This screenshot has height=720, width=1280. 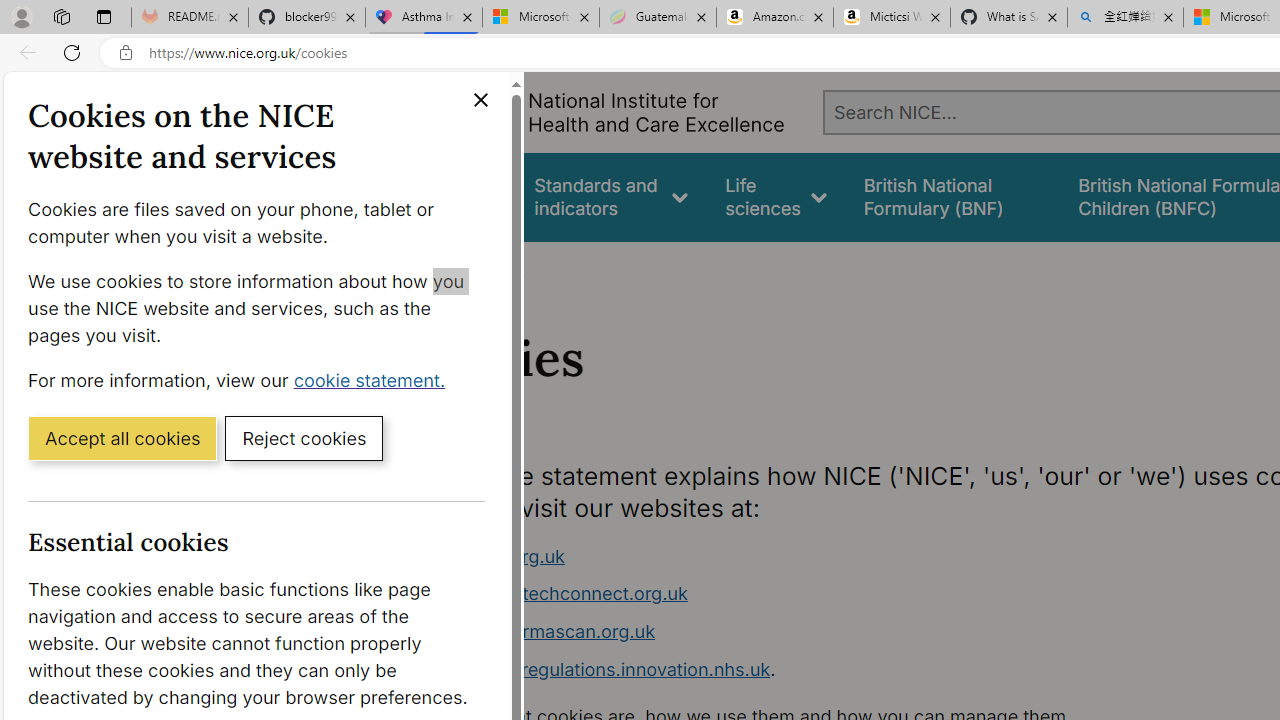 What do you see at coordinates (457, 197) in the screenshot?
I see `'Guidance'` at bounding box center [457, 197].